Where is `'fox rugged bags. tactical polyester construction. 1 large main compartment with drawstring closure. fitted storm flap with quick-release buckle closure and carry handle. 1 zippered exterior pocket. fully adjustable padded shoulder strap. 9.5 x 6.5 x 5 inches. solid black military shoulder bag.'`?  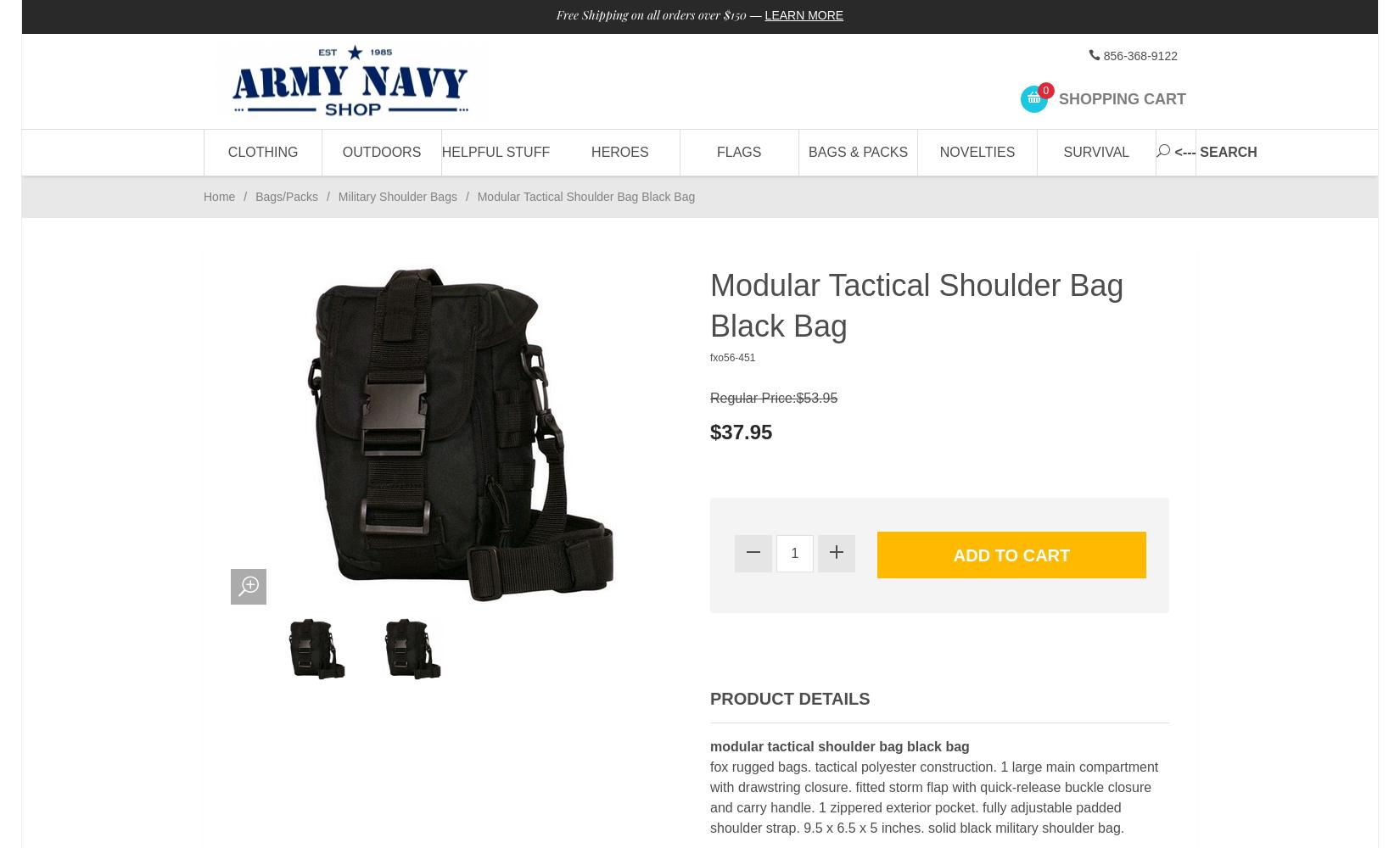
'fox rugged bags. tactical polyester construction. 1 large main compartment with drawstring closure. fitted storm flap with quick-release buckle closure and carry handle. 1 zippered exterior pocket. fully adjustable padded shoulder strap. 9.5 x 6.5 x 5 inches. solid black military shoulder bag.' is located at coordinates (934, 795).